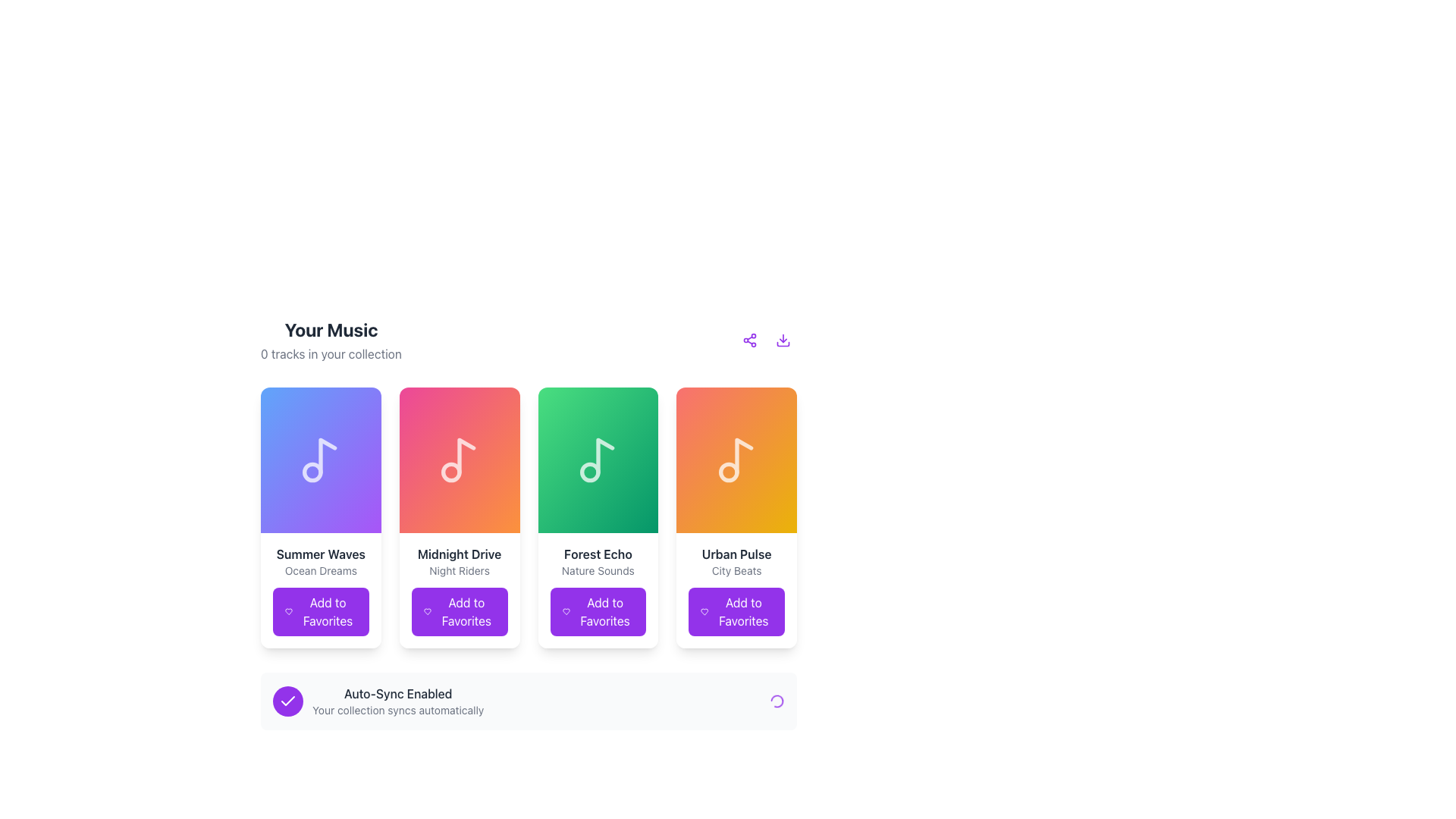 Image resolution: width=1456 pixels, height=819 pixels. Describe the element at coordinates (458, 459) in the screenshot. I see `the music album or track card, which is the second card in a horizontally arranged list of four elements` at that location.